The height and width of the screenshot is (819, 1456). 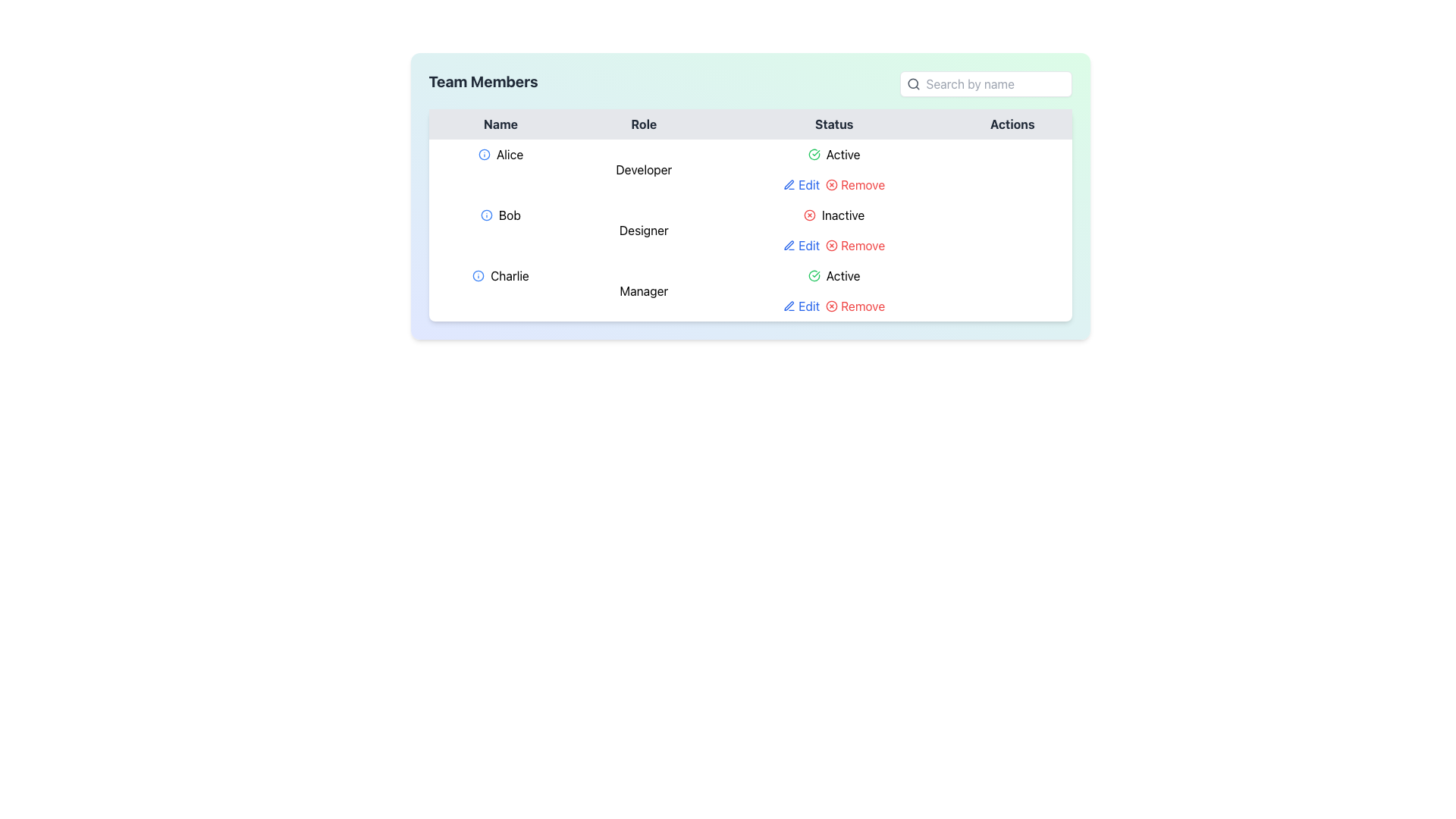 What do you see at coordinates (789, 306) in the screenshot?
I see `the 'Remove' icon in the 'Actions' column for the entry of 'Charlie' in the 'Team Members' table` at bounding box center [789, 306].